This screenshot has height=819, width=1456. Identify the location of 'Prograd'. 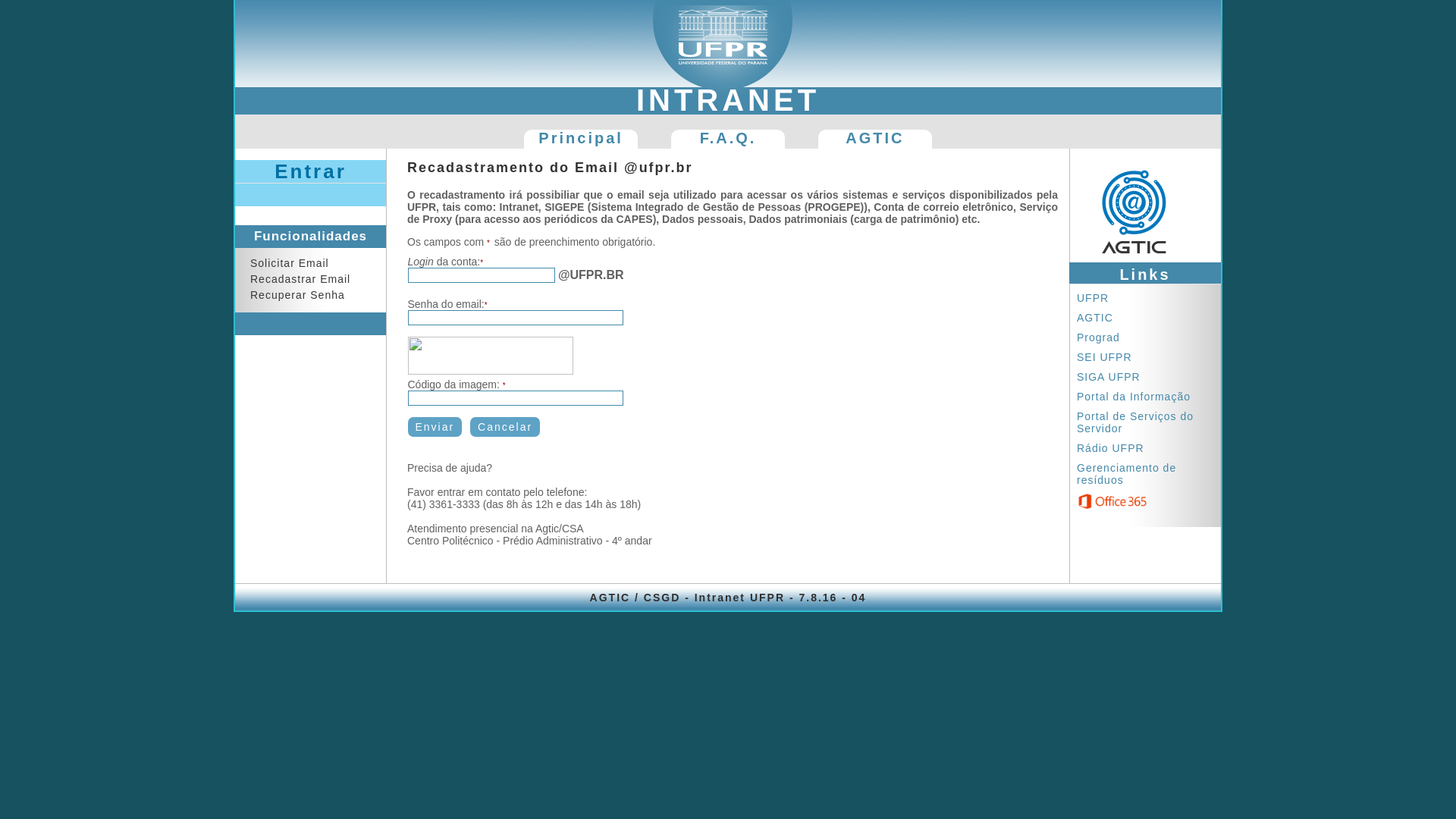
(1102, 336).